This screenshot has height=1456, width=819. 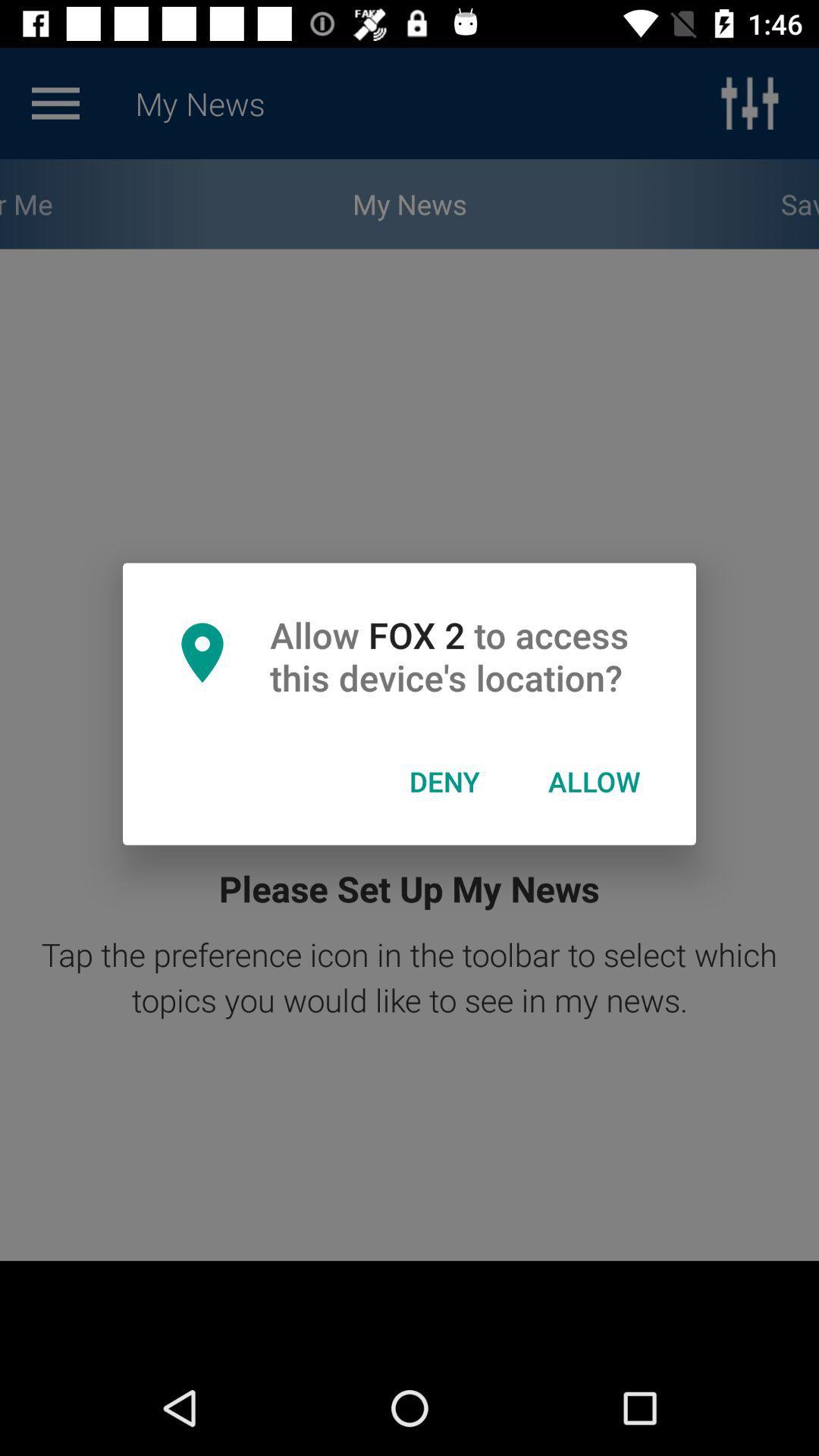 What do you see at coordinates (748, 102) in the screenshot?
I see `the sliders icon` at bounding box center [748, 102].